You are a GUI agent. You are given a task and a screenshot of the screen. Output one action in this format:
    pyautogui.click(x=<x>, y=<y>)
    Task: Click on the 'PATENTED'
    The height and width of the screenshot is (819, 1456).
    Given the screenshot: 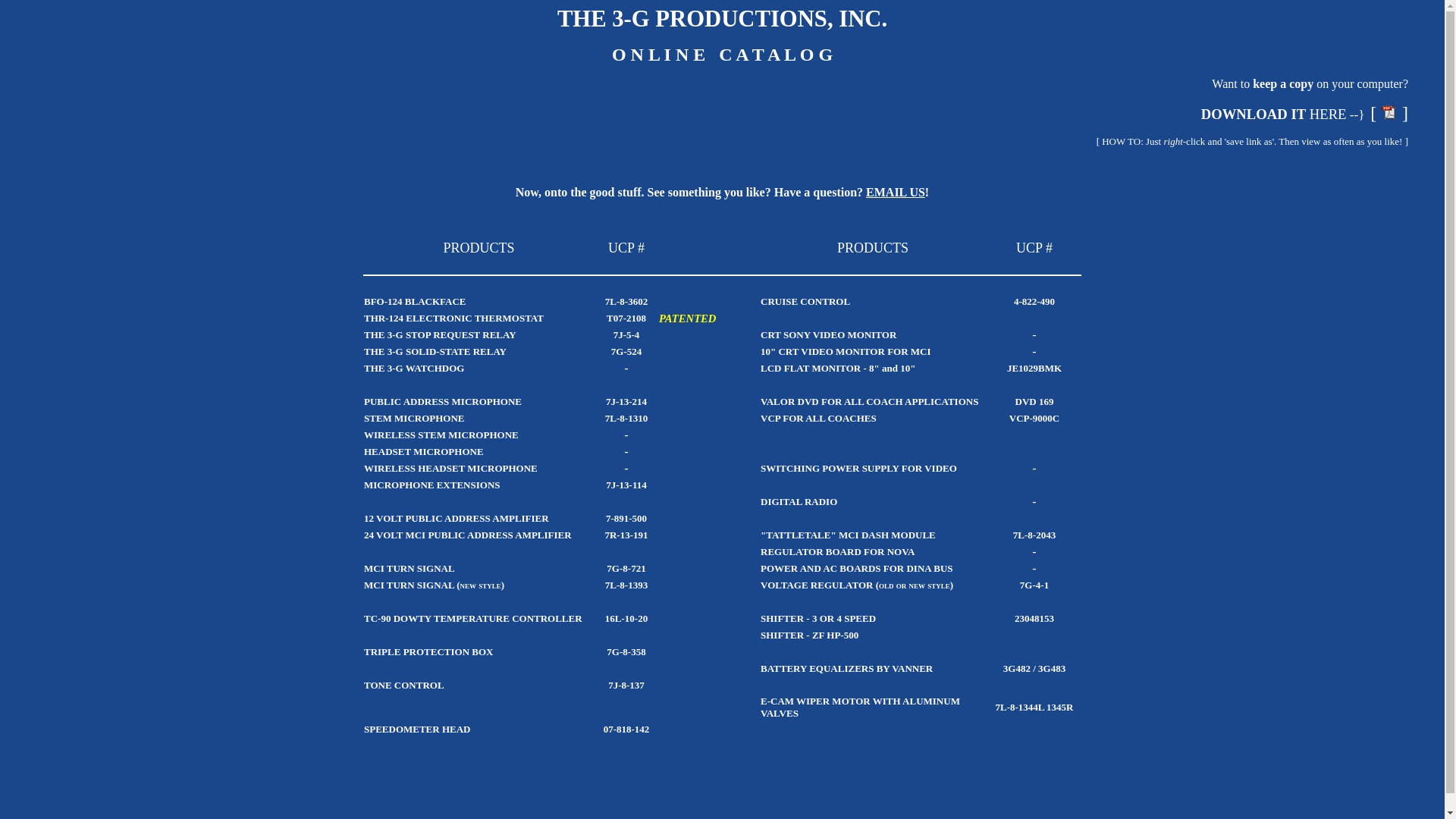 What is the action you would take?
    pyautogui.click(x=686, y=316)
    